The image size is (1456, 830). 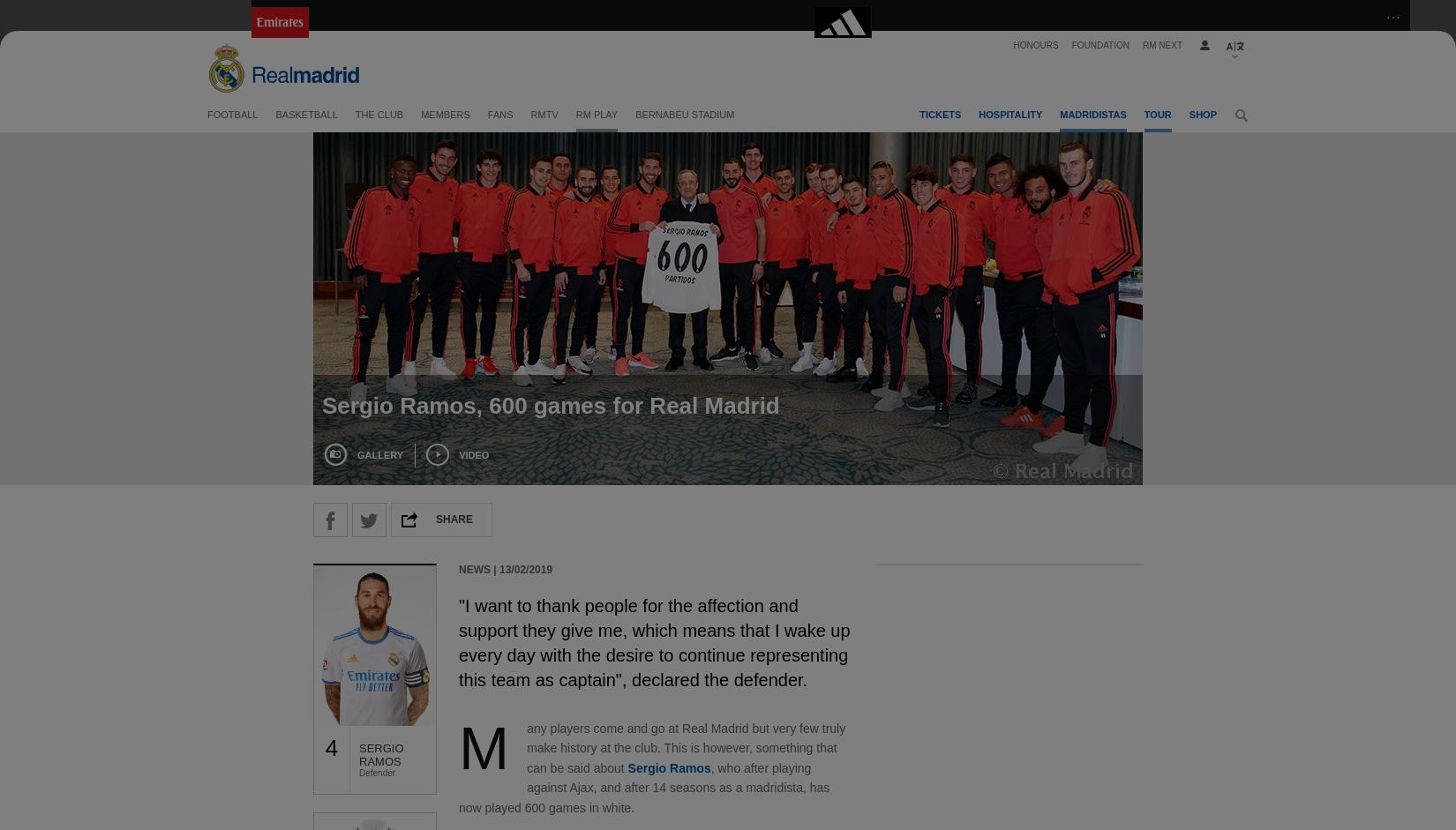 What do you see at coordinates (626, 766) in the screenshot?
I see `'Sergio Ramos'` at bounding box center [626, 766].